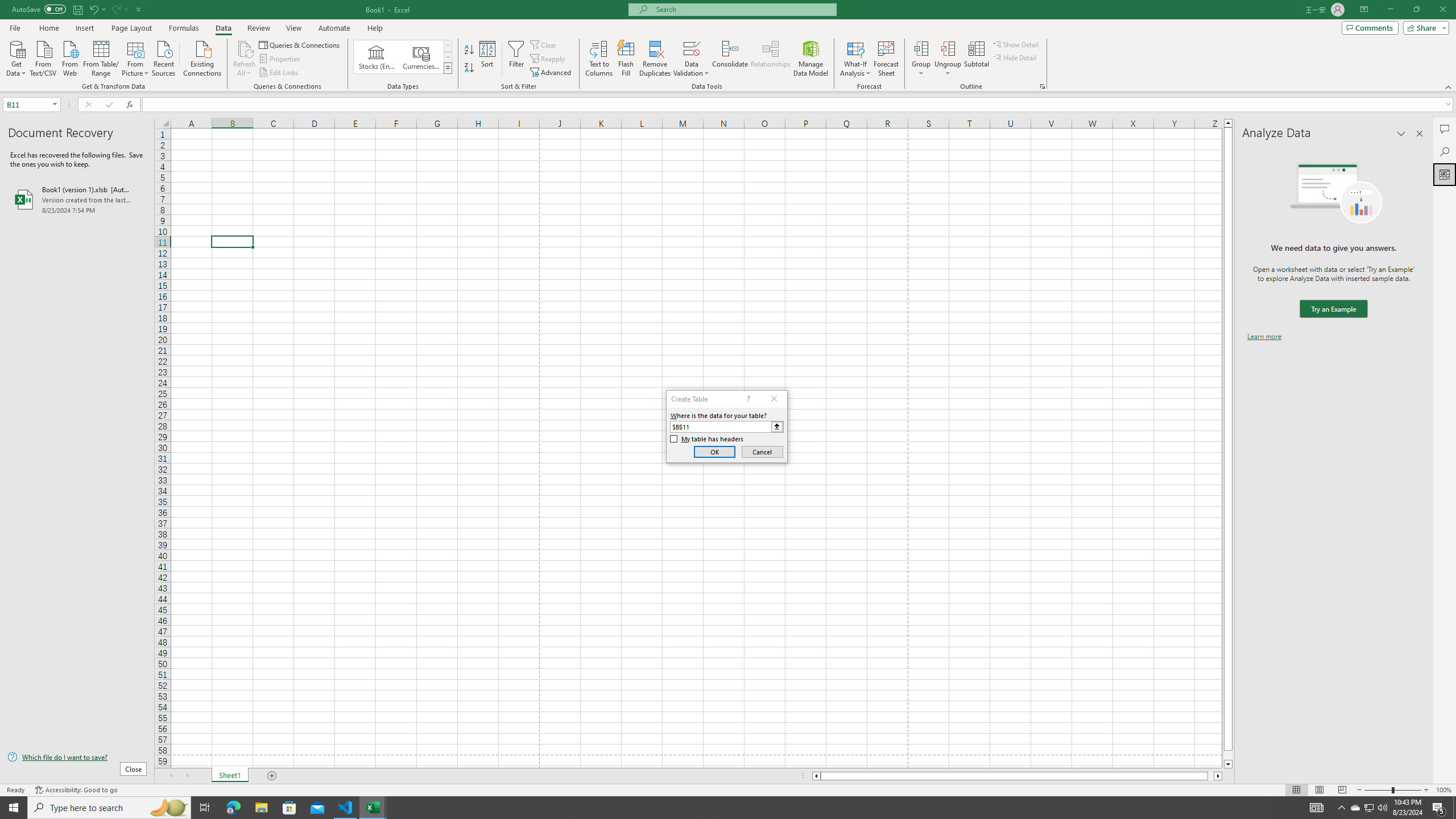 The height and width of the screenshot is (819, 1456). I want to click on 'What-If Analysis', so click(855, 59).